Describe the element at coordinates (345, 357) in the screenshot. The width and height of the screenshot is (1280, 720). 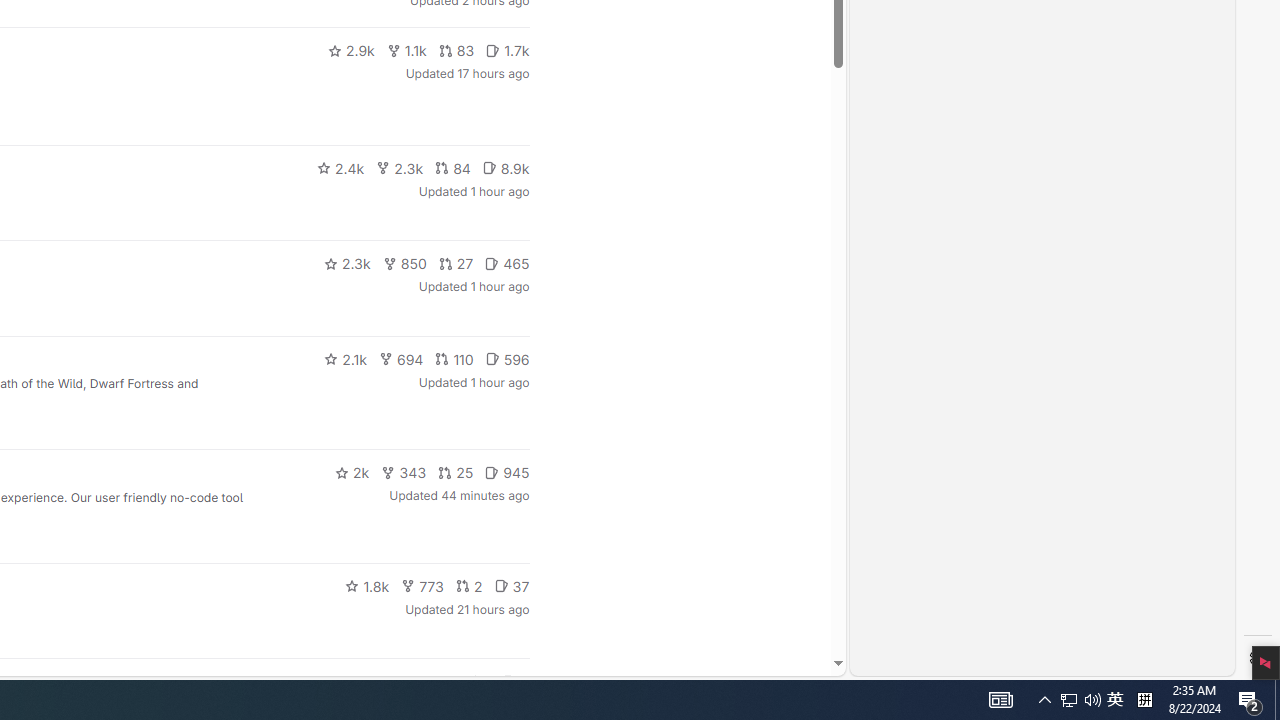
I see `'2.1k'` at that location.